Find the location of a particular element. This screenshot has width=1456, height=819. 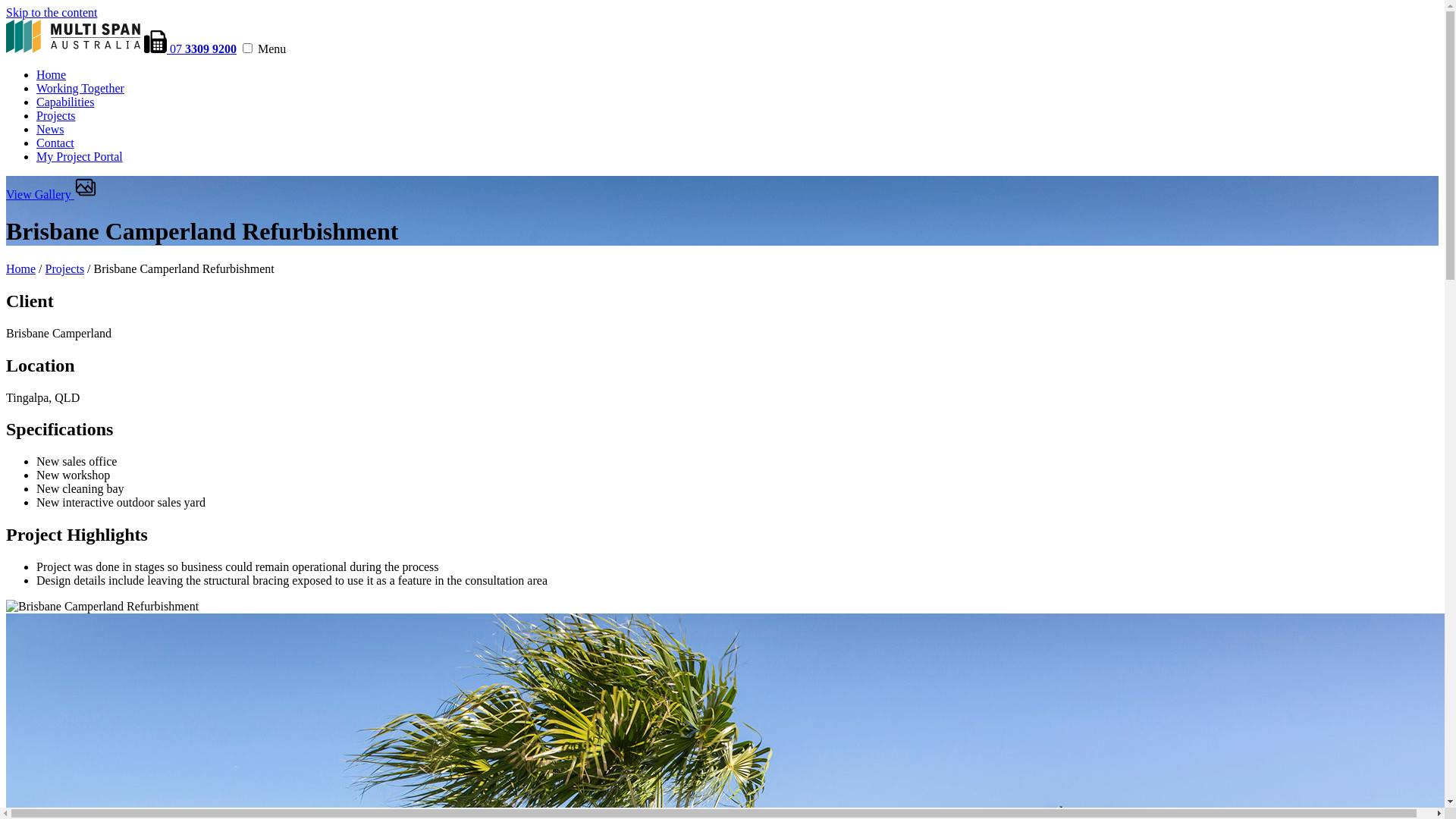

'Projects' is located at coordinates (55, 115).